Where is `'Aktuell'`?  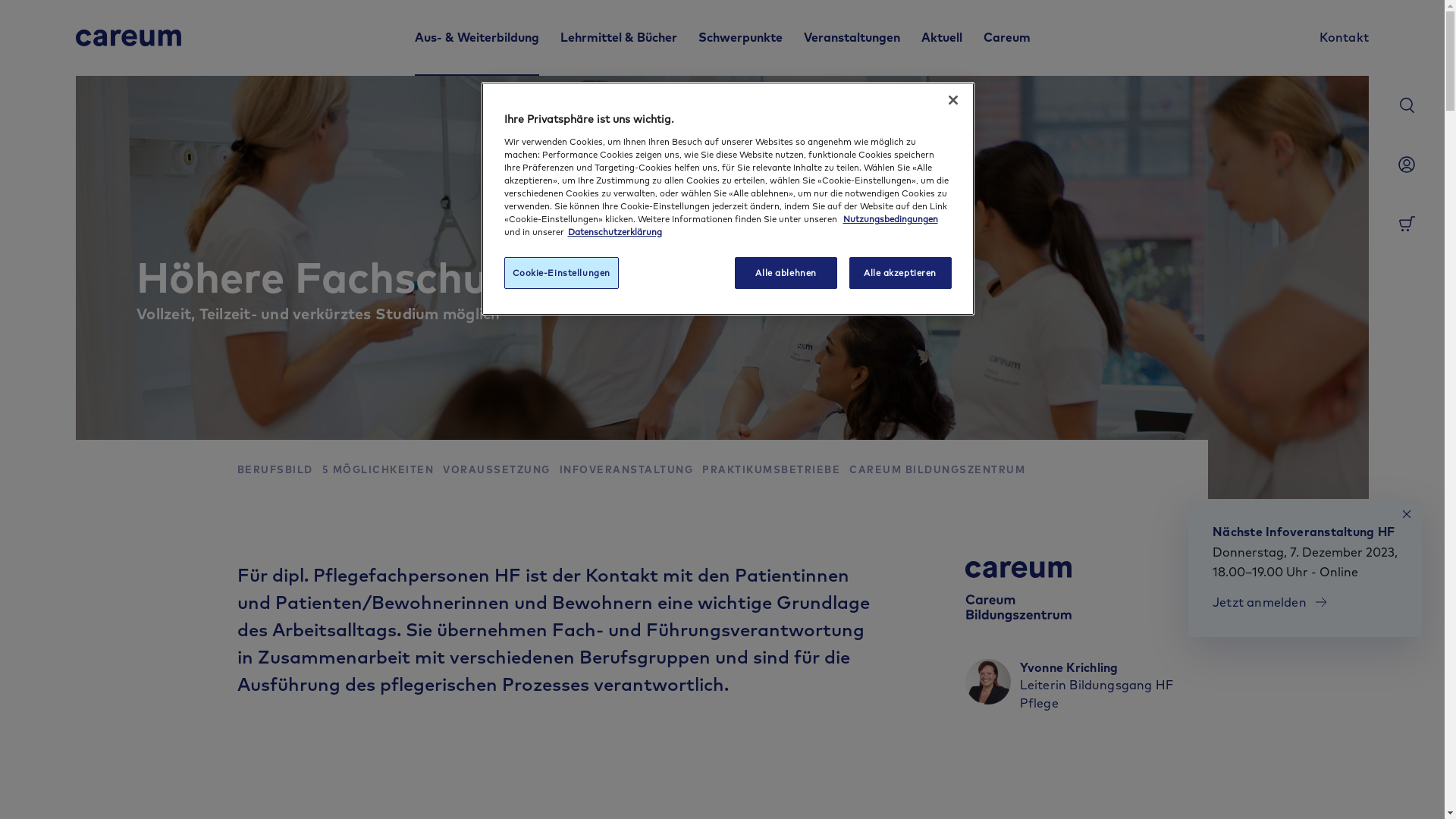
'Aktuell' is located at coordinates (940, 37).